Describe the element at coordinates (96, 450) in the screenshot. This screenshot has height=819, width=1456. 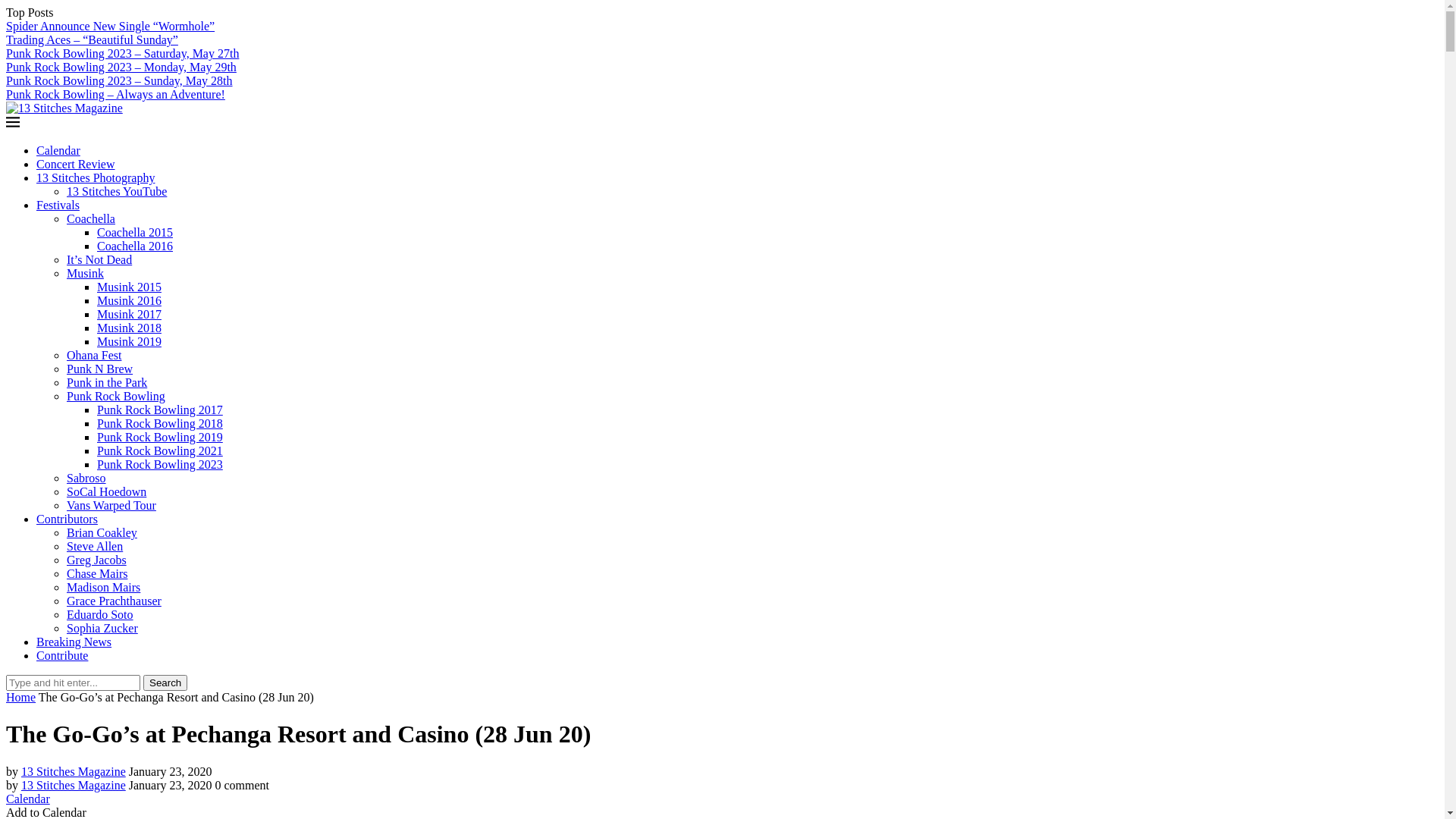
I see `'Punk Rock Bowling 2021'` at that location.